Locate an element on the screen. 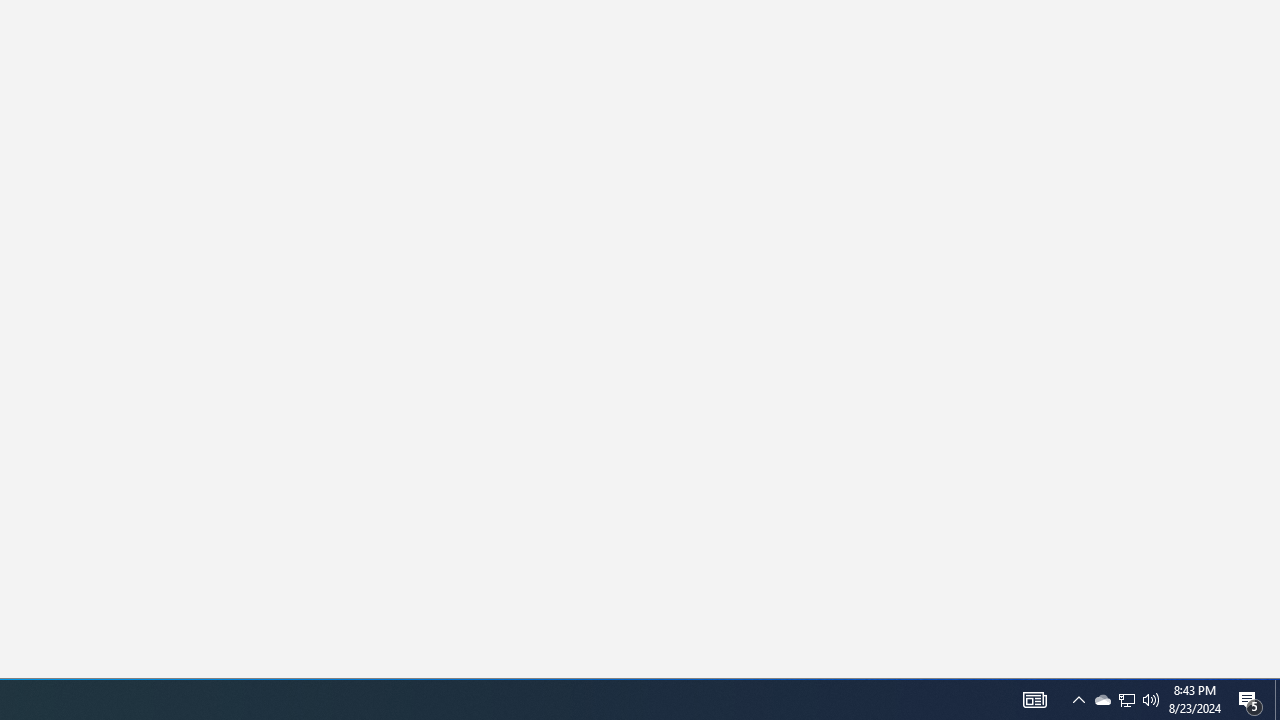 This screenshot has width=1280, height=720. 'Show desktop' is located at coordinates (1250, 698).